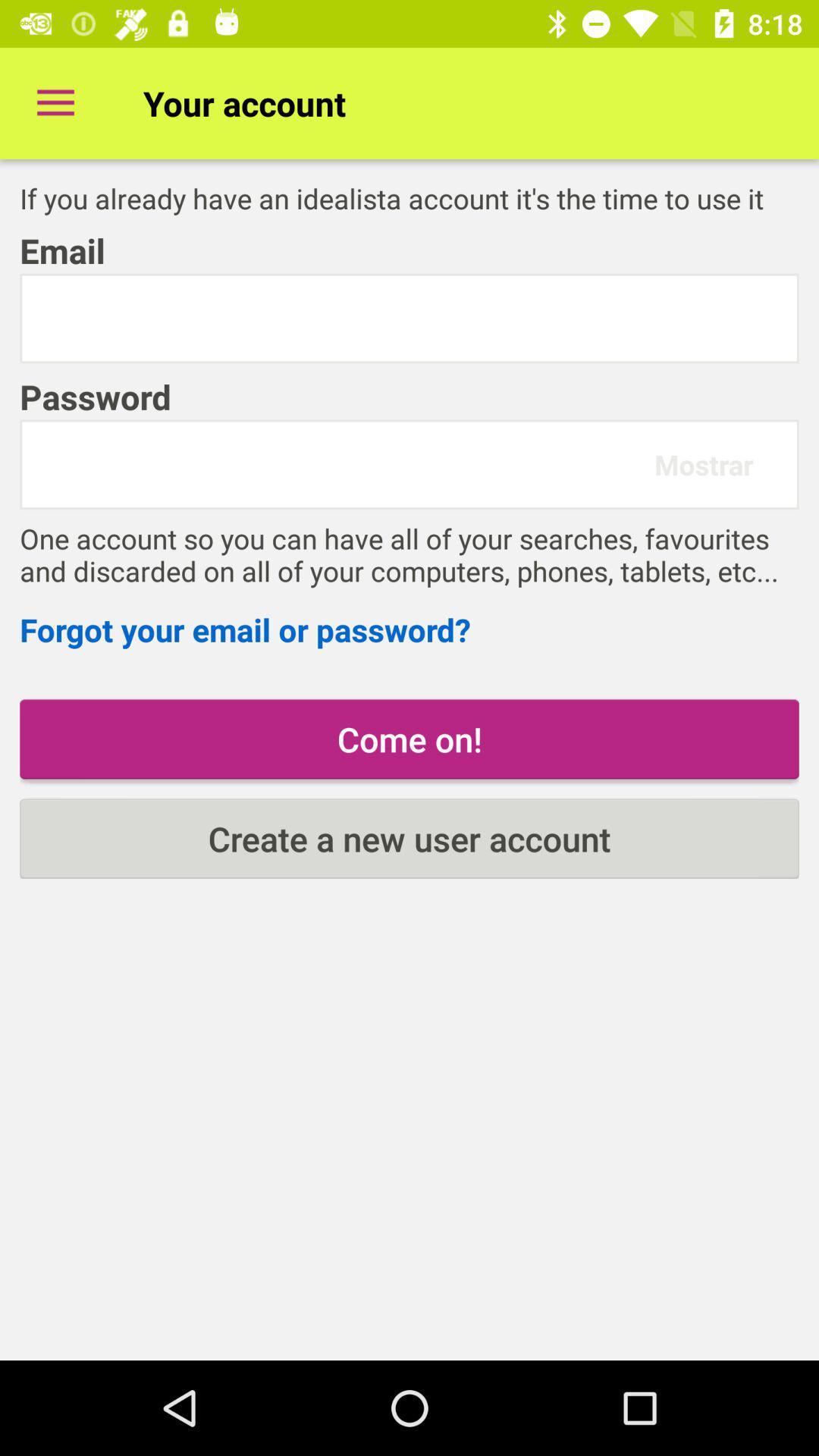 Image resolution: width=819 pixels, height=1456 pixels. Describe the element at coordinates (55, 102) in the screenshot. I see `icon above the if you already icon` at that location.